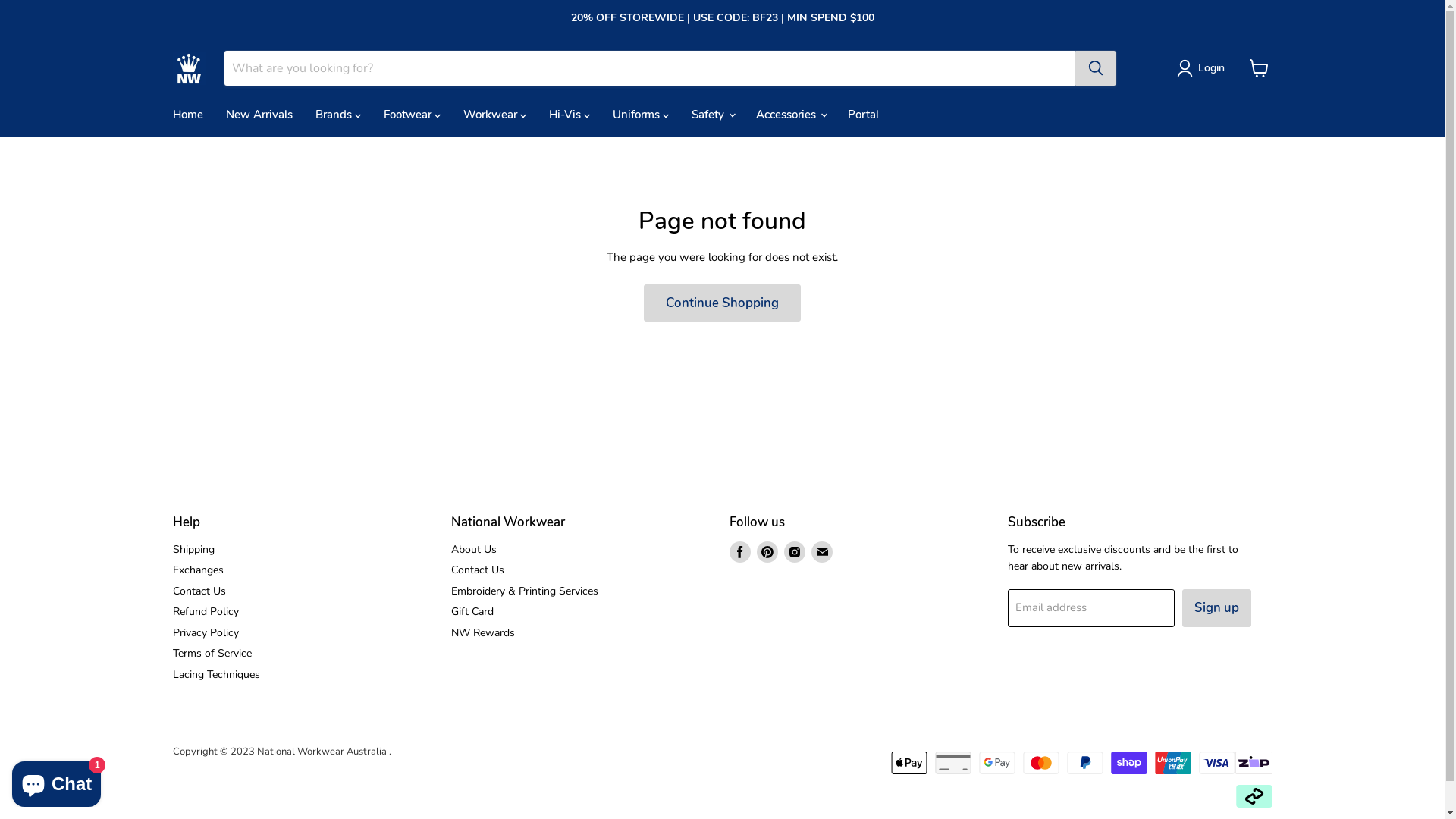  What do you see at coordinates (258, 114) in the screenshot?
I see `'New Arrivals'` at bounding box center [258, 114].